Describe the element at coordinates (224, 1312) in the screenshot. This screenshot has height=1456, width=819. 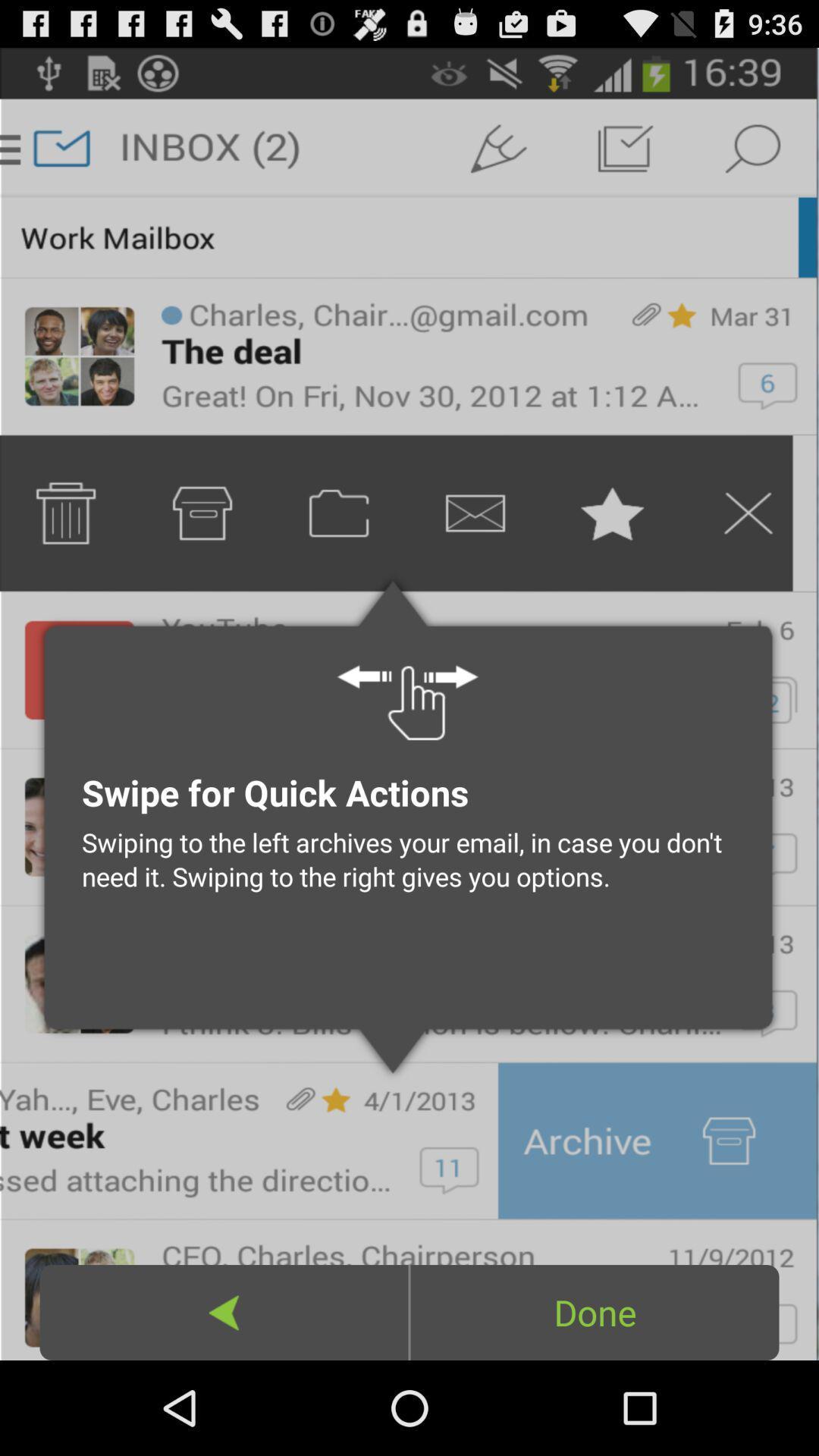
I see `the icon below the swiping to the icon` at that location.